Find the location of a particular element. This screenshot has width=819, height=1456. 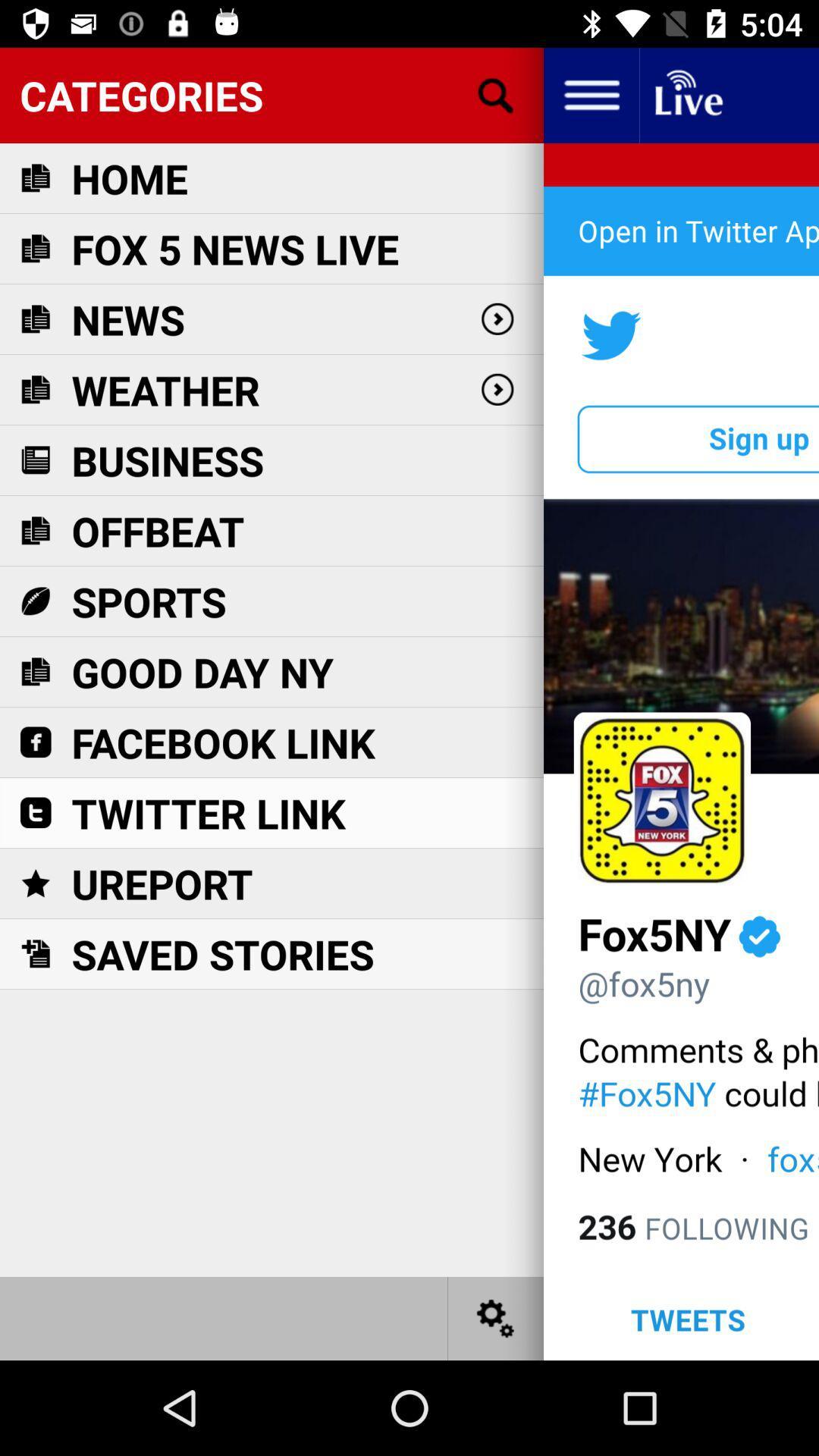

collapse sidebar is located at coordinates (590, 94).